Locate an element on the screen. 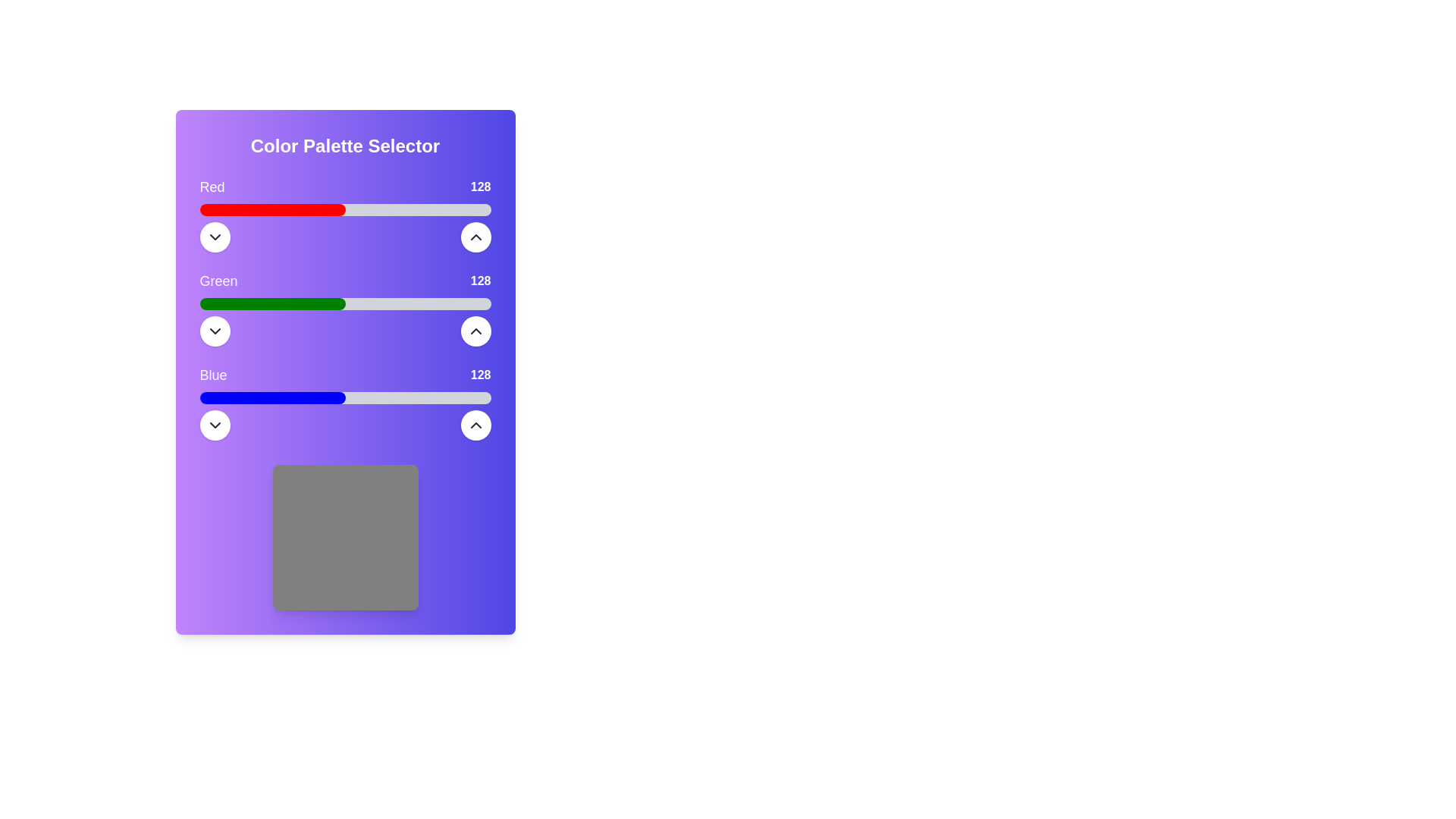  the Text Label displaying 'Green' and '128', which is located between the 'Red' and 'Blue' rows in a vertically stacked layout is located at coordinates (344, 281).